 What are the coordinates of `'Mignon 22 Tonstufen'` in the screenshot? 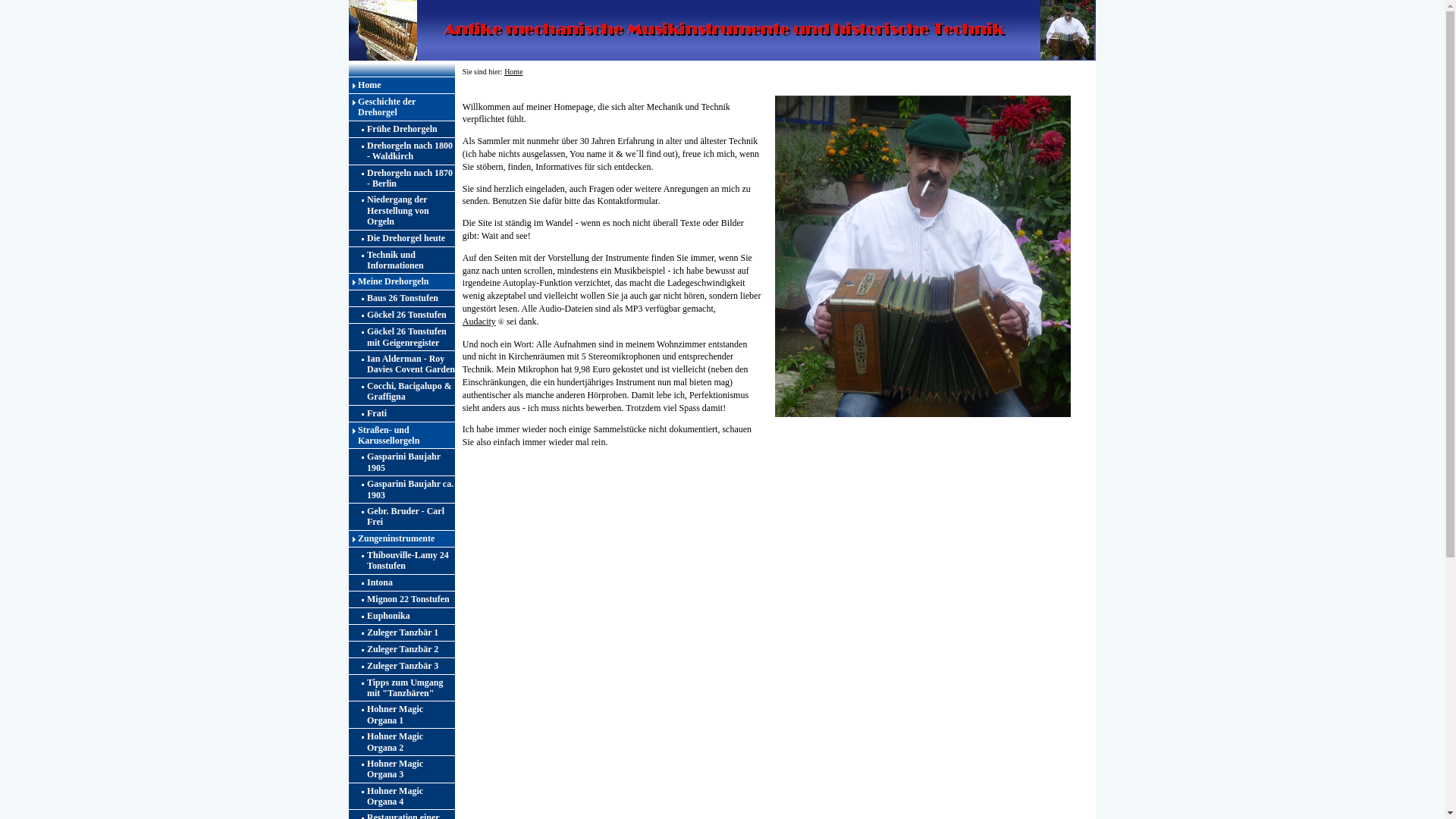 It's located at (401, 598).